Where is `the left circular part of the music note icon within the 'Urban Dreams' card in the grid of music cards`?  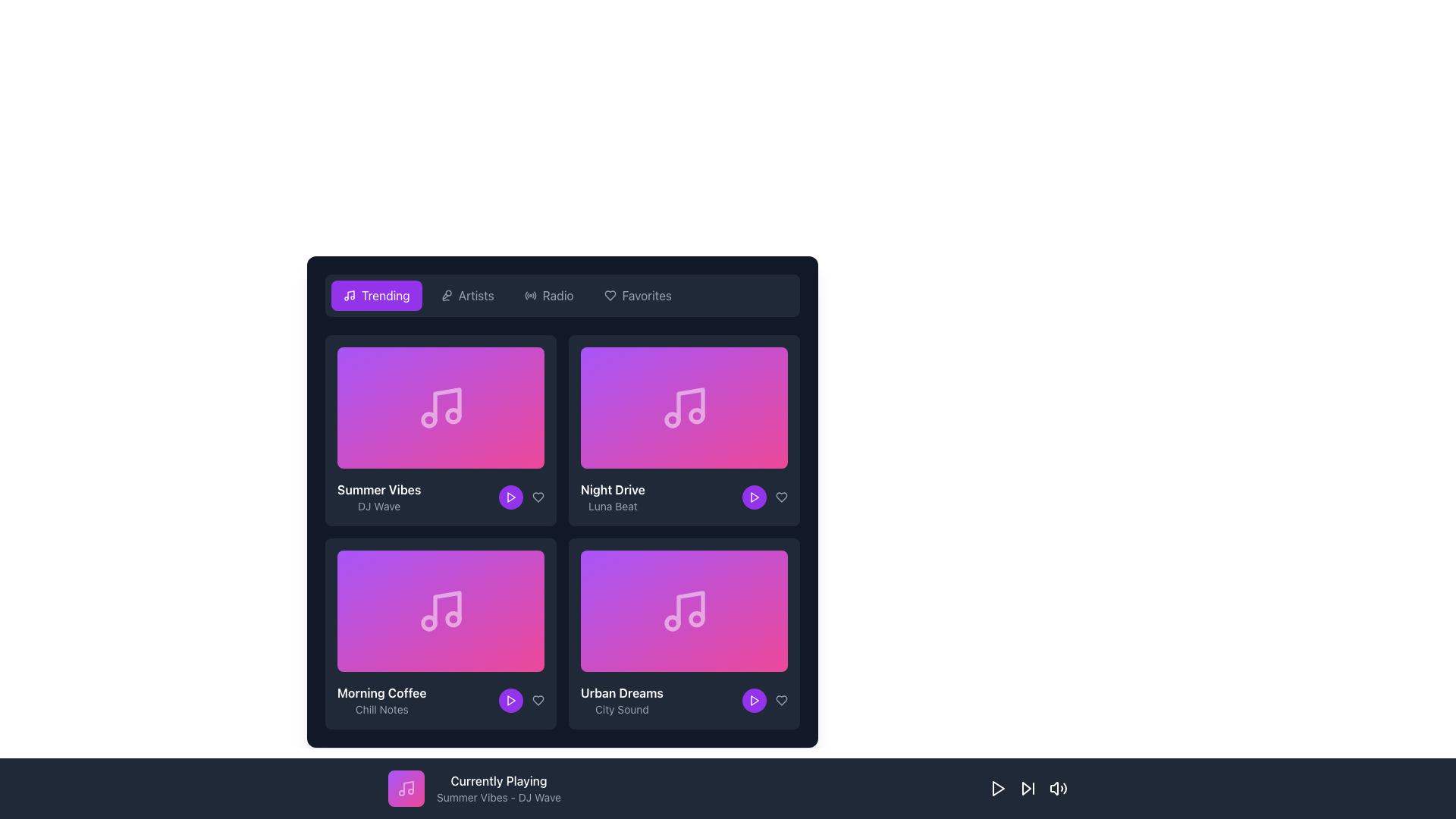 the left circular part of the music note icon within the 'Urban Dreams' card in the grid of music cards is located at coordinates (671, 623).